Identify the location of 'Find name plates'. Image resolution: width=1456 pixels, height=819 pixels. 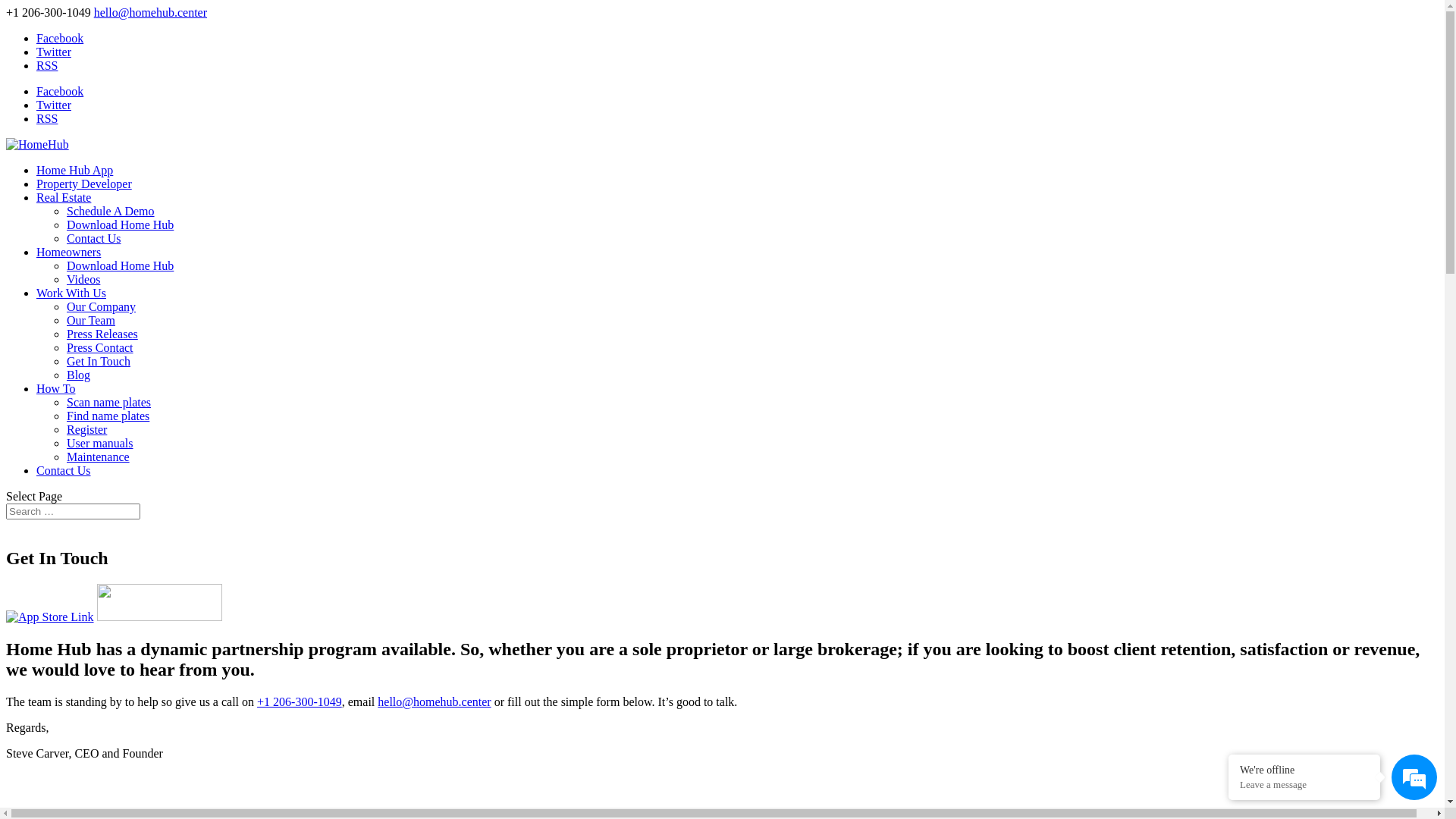
(107, 416).